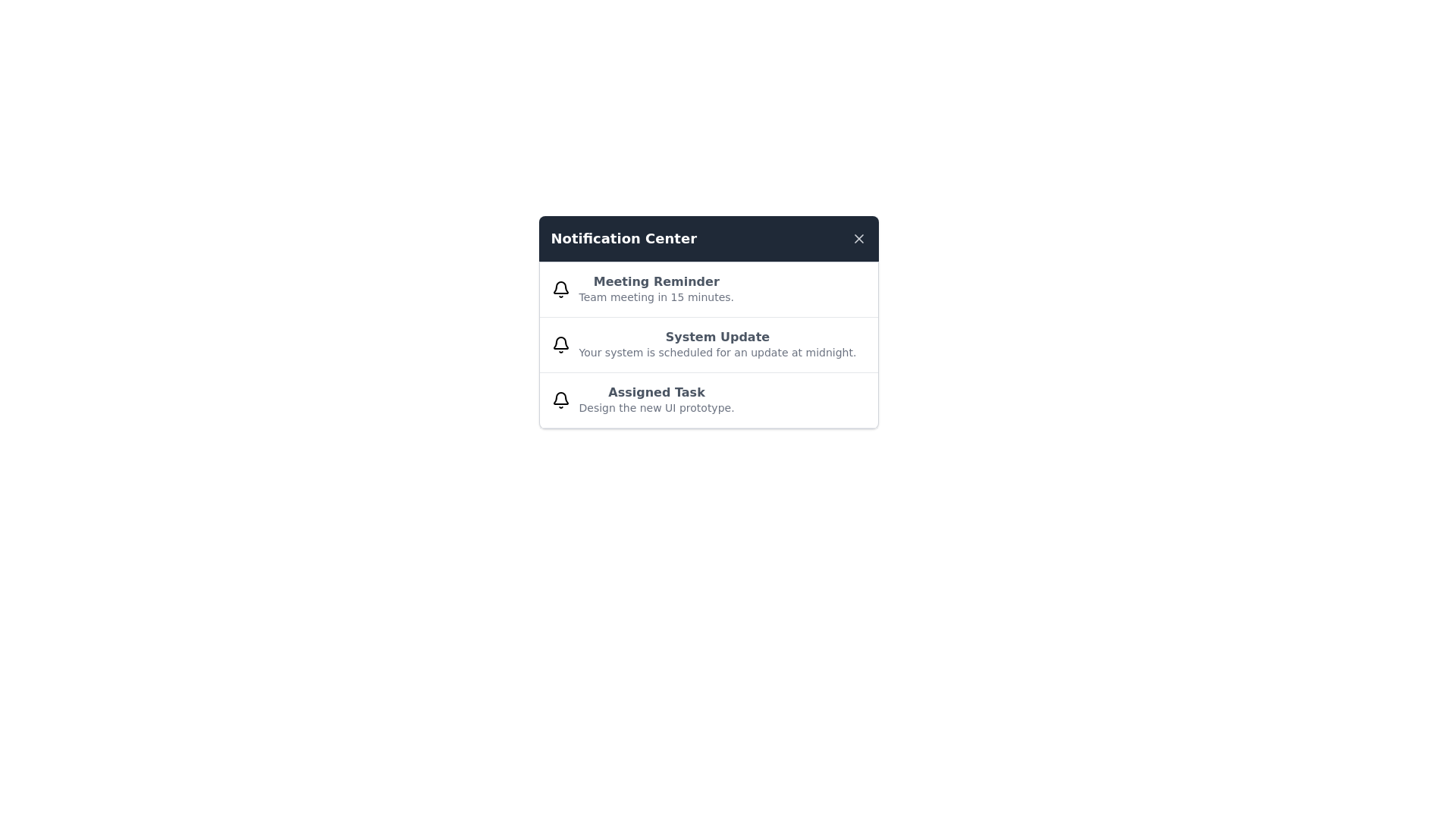  I want to click on the text block notification that contains 'System Update' and 'Your system is scheduled for an update at midnight', which is the second item in the notification panel, so click(717, 345).